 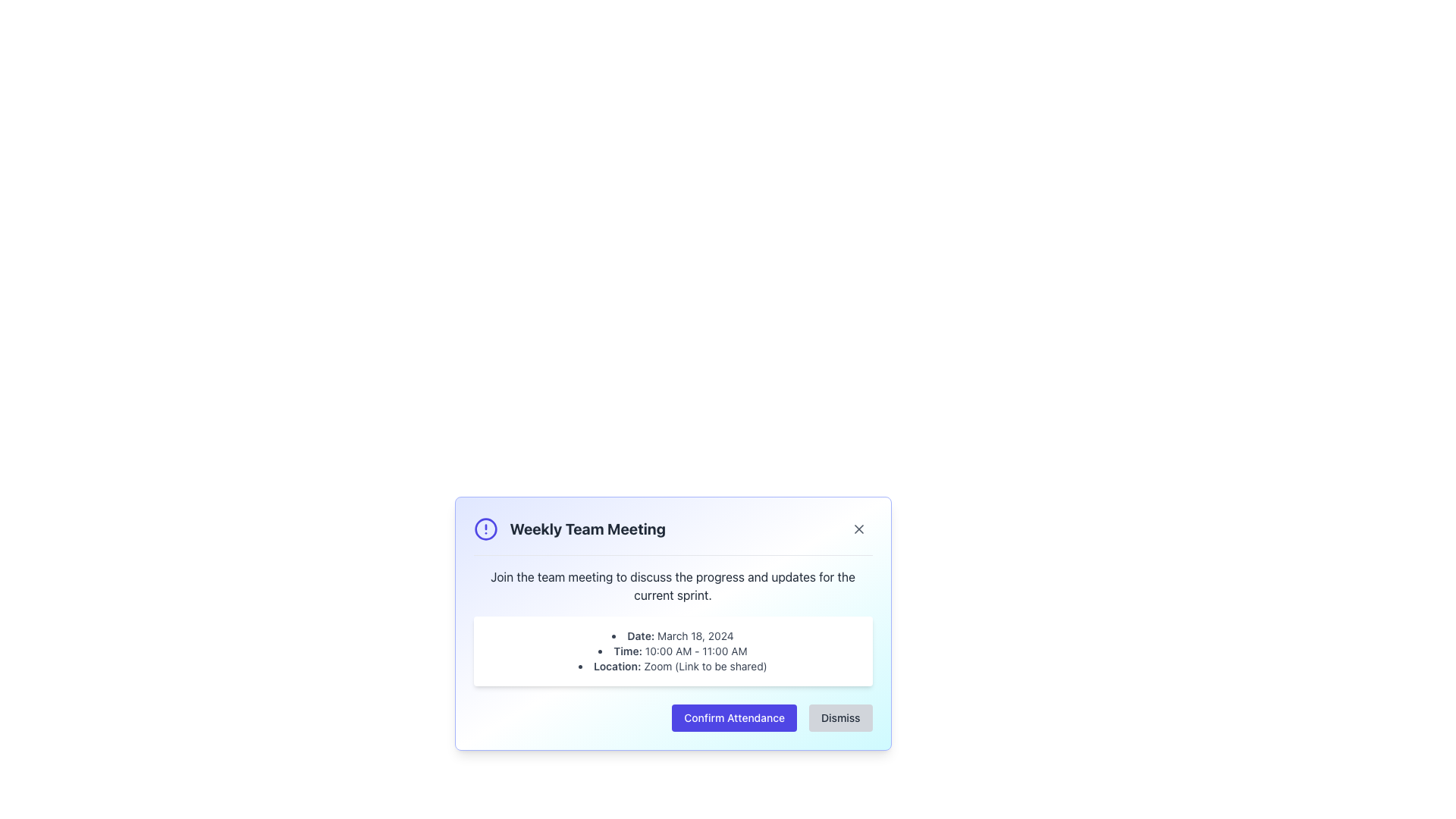 What do you see at coordinates (569, 529) in the screenshot?
I see `or highlight the Header with icon that indicates the Weekly Team Meeting in the modal` at bounding box center [569, 529].